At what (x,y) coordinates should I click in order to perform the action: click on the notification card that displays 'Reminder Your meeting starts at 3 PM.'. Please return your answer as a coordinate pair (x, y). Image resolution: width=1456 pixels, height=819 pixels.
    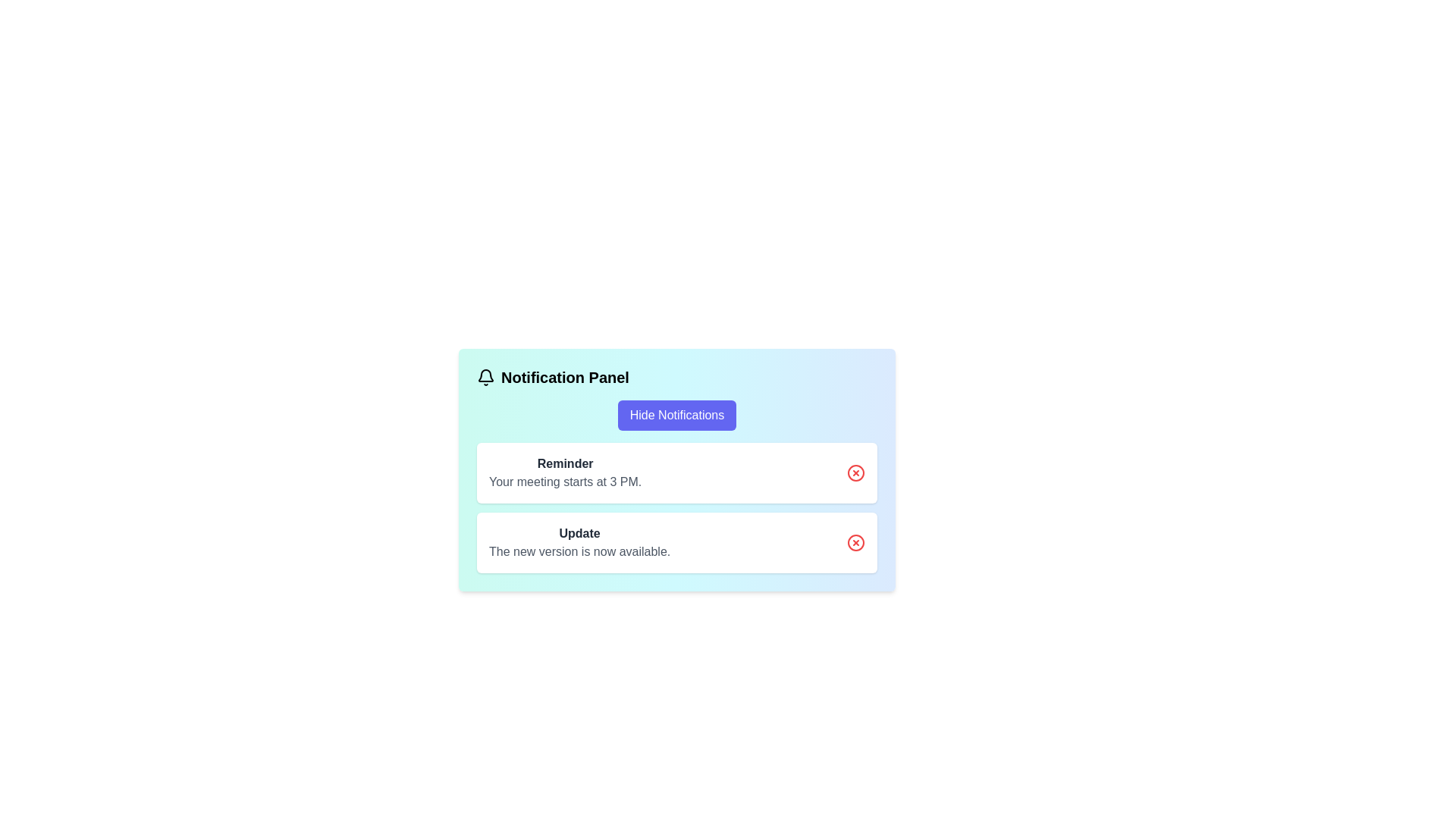
    Looking at the image, I should click on (676, 469).